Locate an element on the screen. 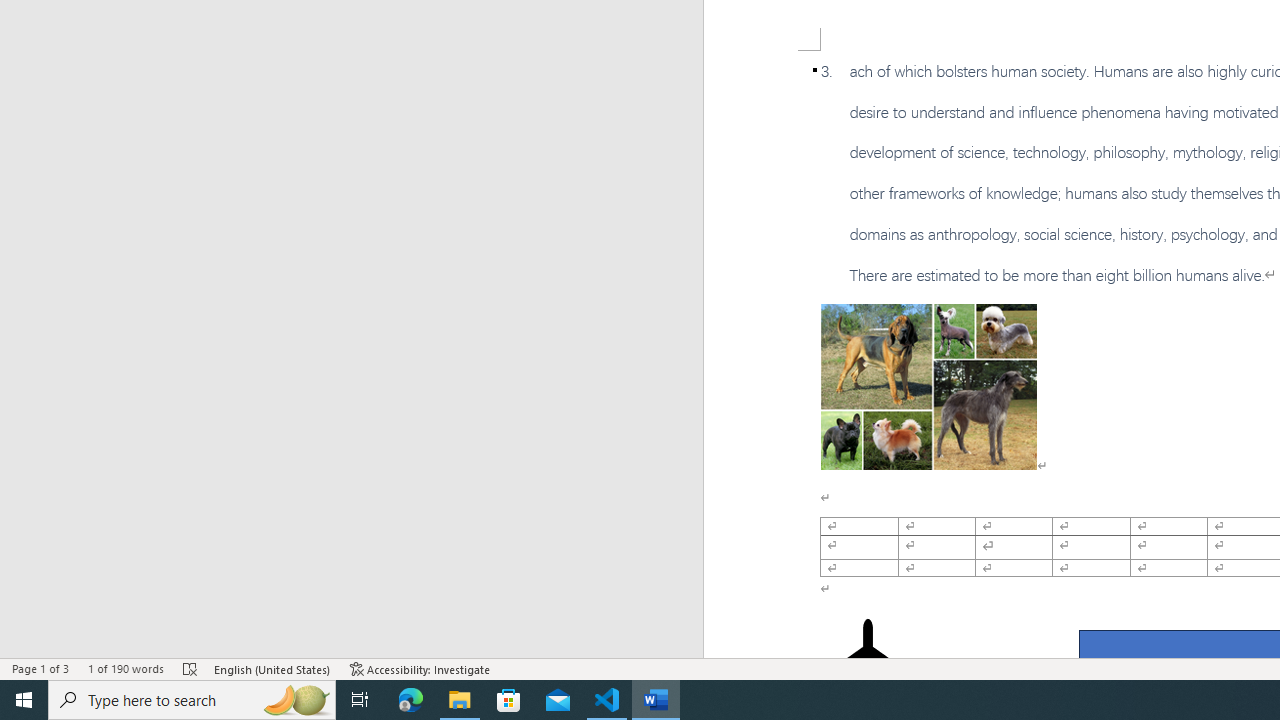 The image size is (1280, 720). 'Airplane with solid fill' is located at coordinates (867, 658).